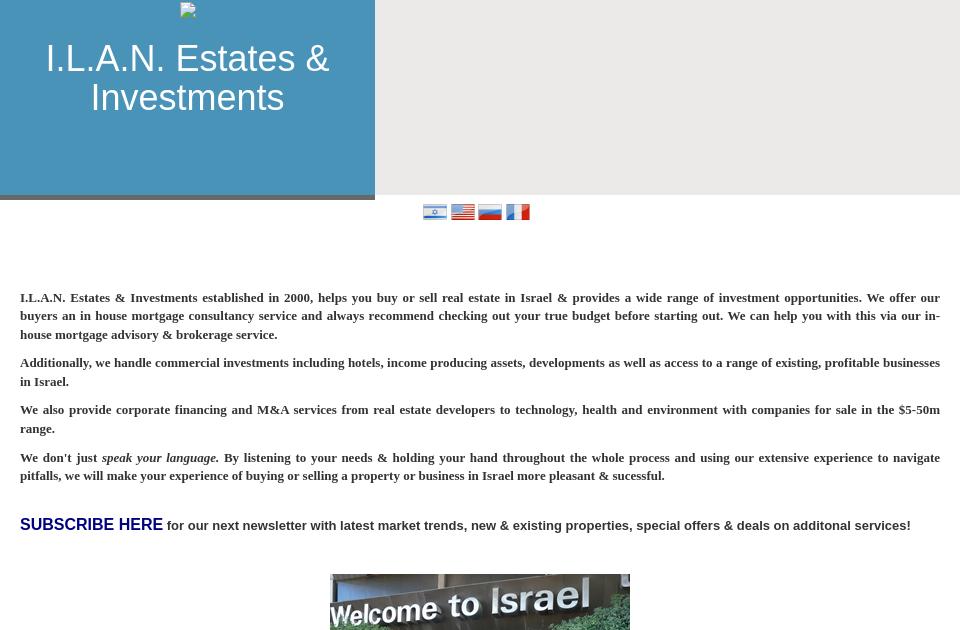 The image size is (960, 630). I want to click on 'I.L.A.N. Estates & Investments', so click(187, 77).